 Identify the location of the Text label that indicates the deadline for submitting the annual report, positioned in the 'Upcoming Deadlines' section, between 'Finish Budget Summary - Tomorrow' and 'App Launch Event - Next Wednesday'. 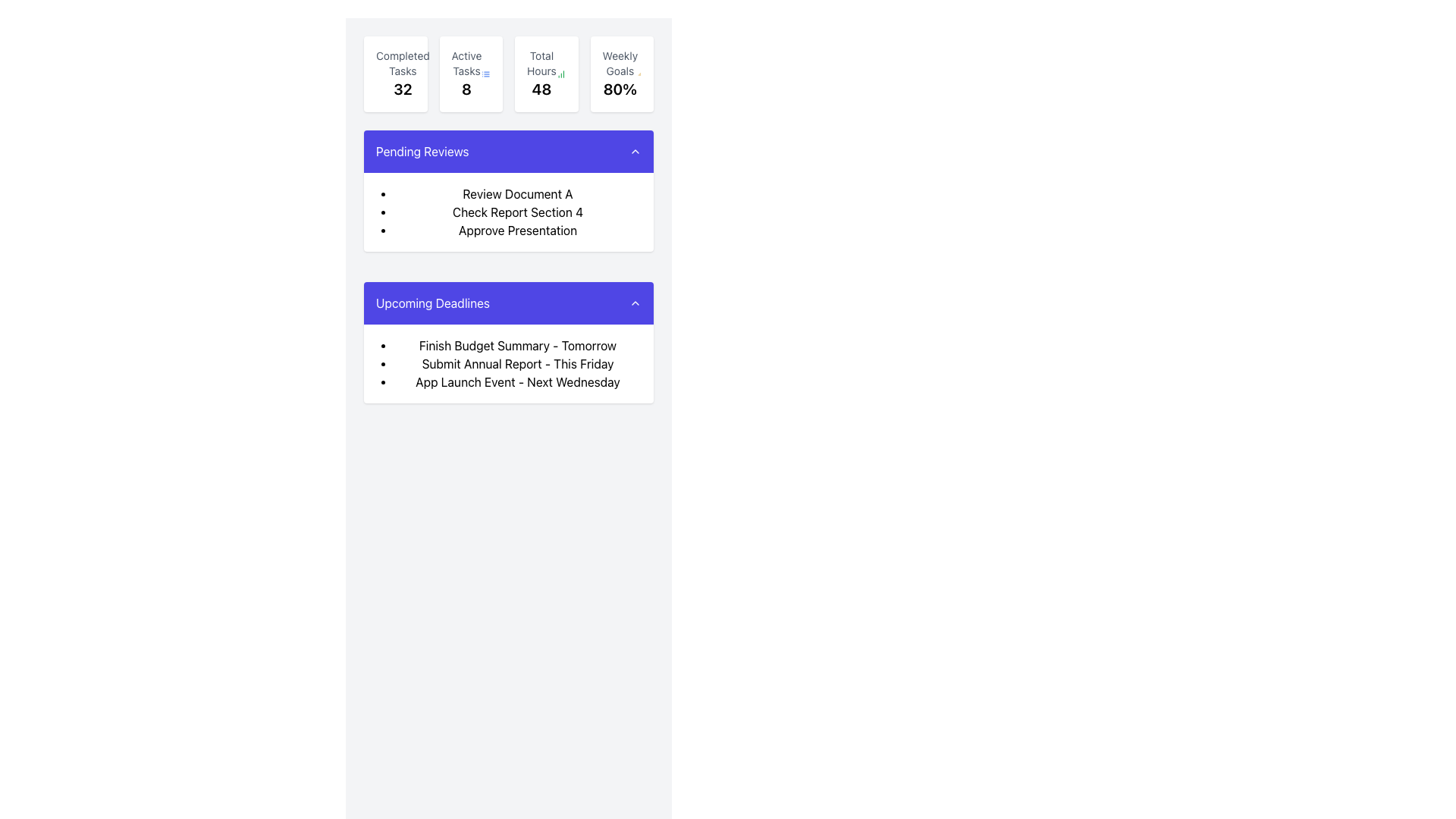
(517, 363).